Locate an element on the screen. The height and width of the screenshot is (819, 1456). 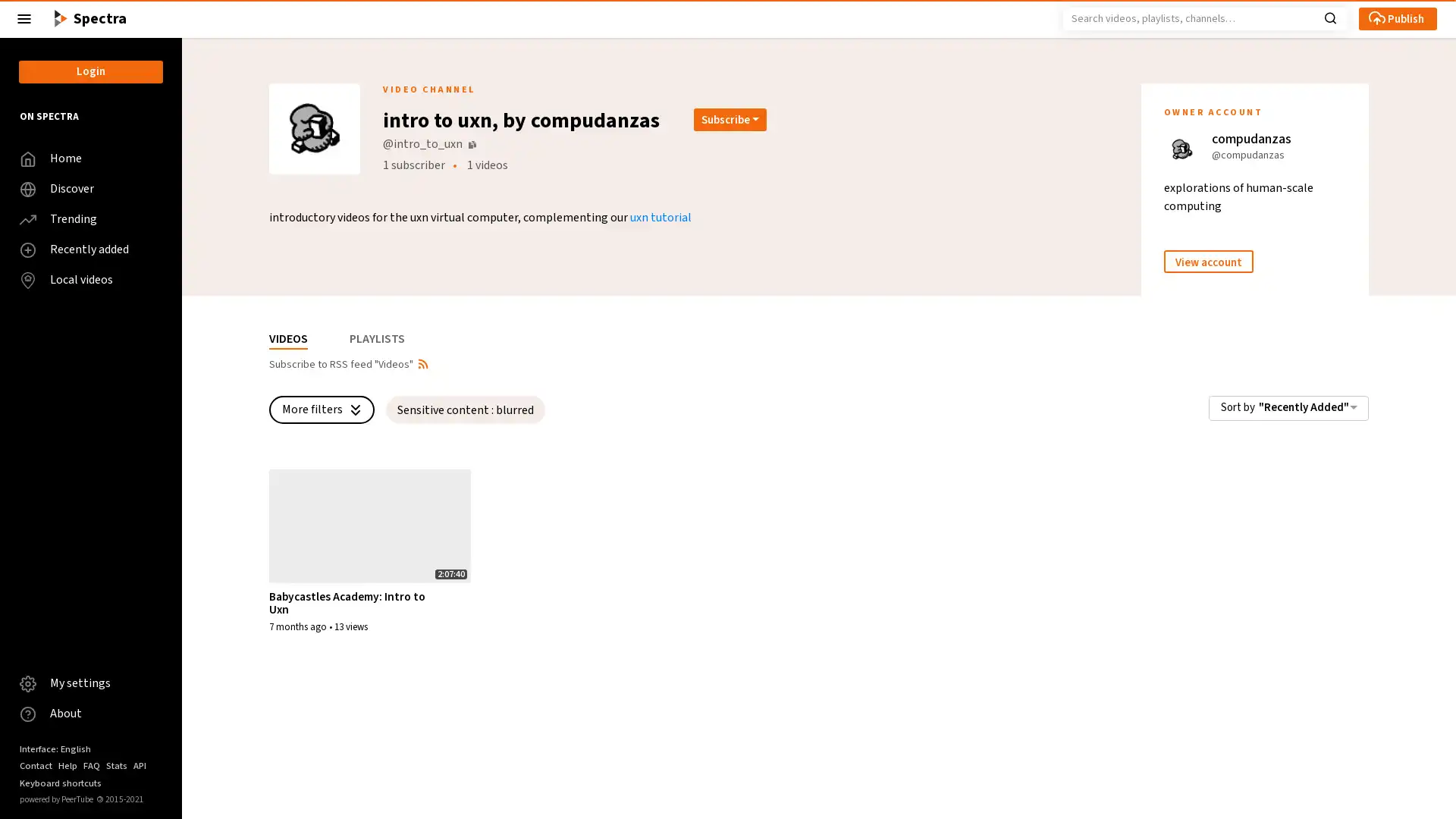
Close the left menu is located at coordinates (24, 18).